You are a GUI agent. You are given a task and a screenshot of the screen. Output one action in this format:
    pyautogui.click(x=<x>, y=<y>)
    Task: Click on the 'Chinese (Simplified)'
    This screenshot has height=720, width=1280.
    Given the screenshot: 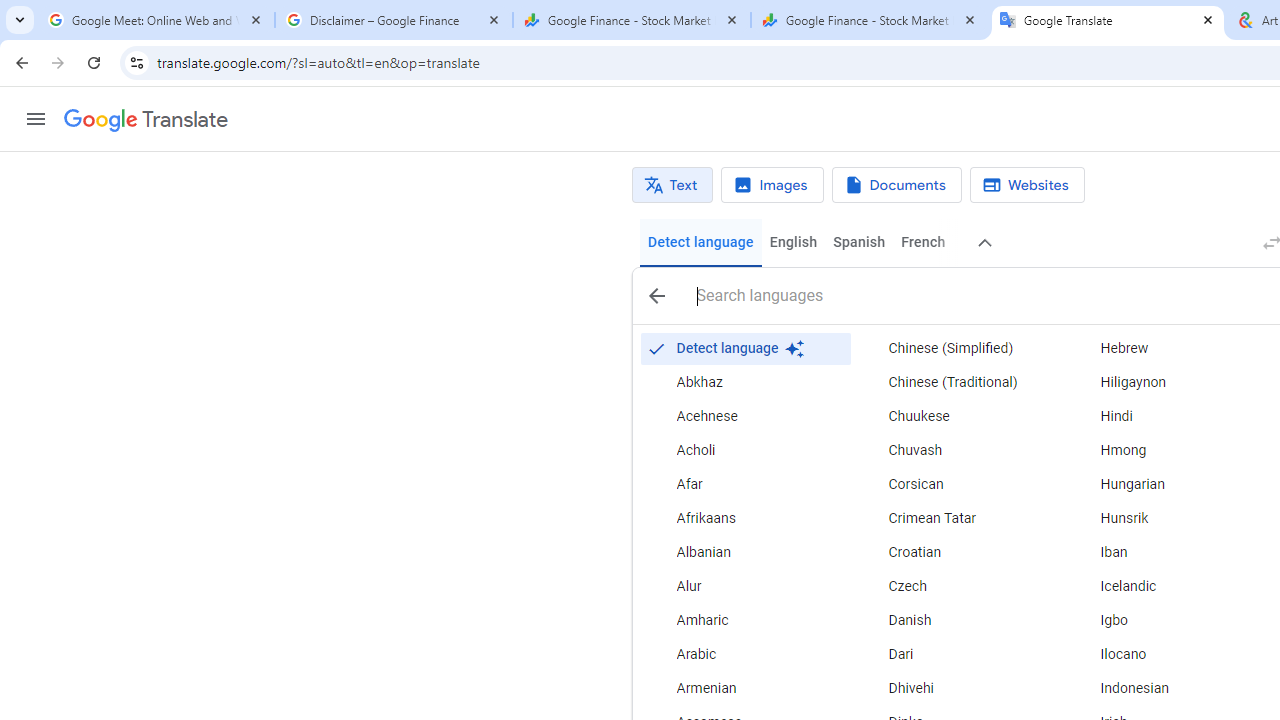 What is the action you would take?
    pyautogui.click(x=956, y=347)
    